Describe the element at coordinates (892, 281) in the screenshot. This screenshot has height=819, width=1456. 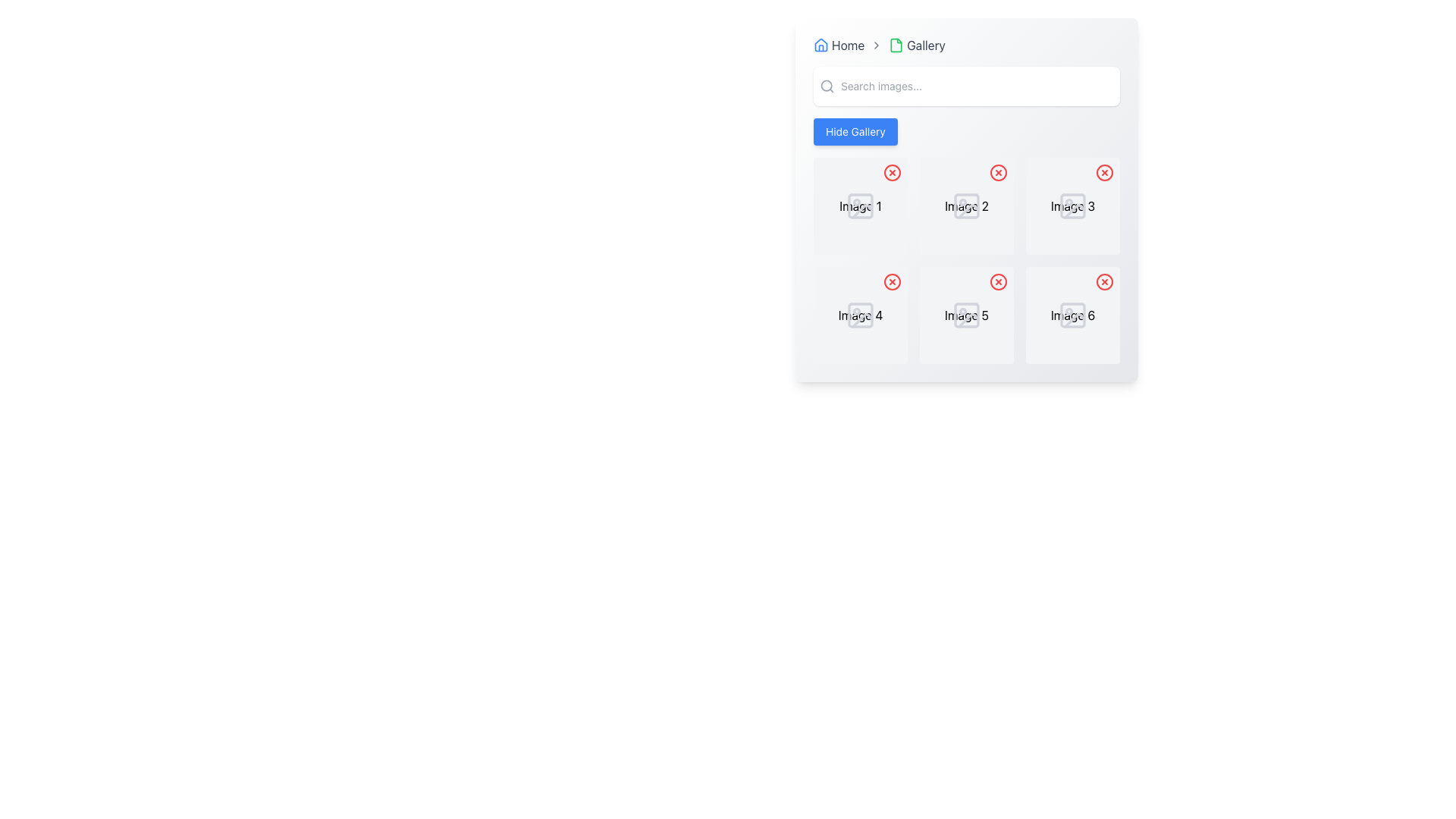
I see `the circular delete button with an icon located in the top-right corner of the fourth image in the 2x3 grid to observe any hover effects` at that location.